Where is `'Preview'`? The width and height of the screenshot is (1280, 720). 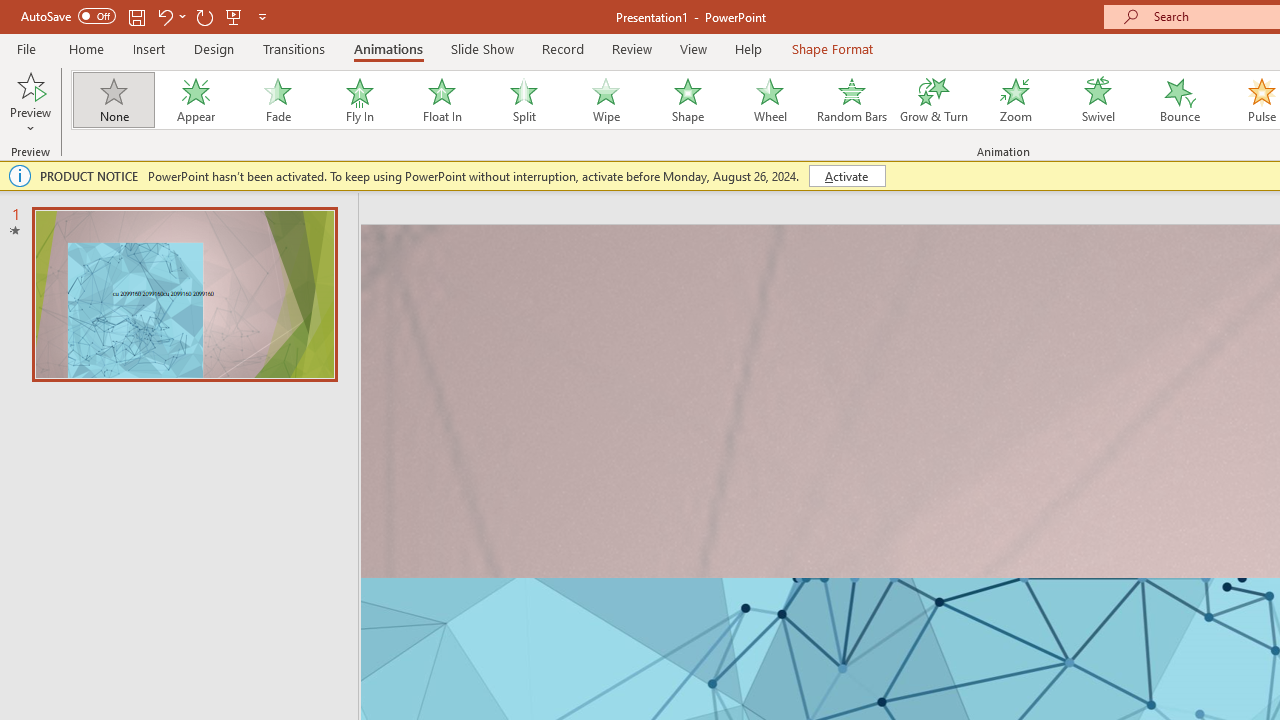
'Preview' is located at coordinates (30, 84).